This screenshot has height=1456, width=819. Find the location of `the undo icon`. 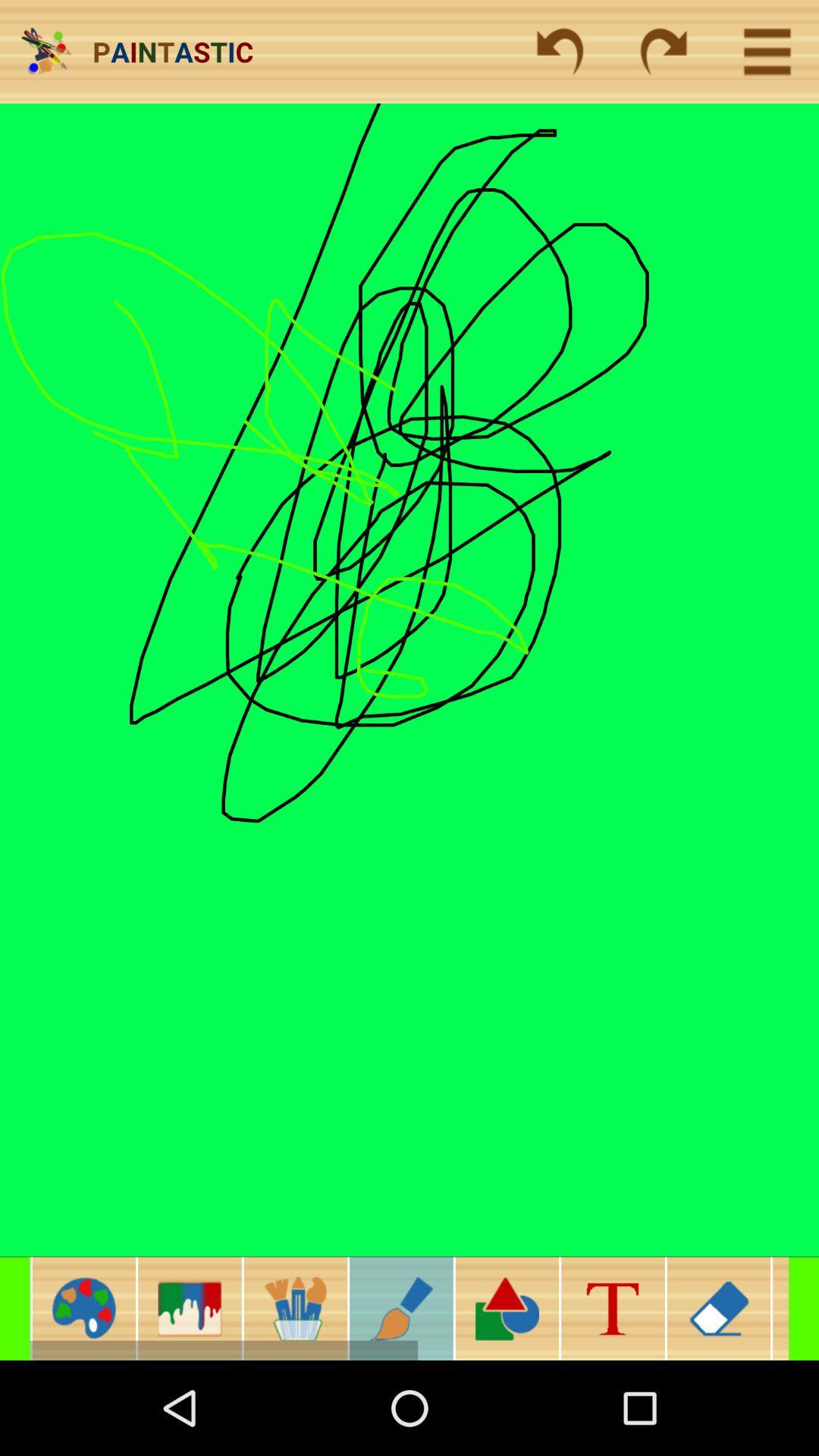

the undo icon is located at coordinates (560, 52).